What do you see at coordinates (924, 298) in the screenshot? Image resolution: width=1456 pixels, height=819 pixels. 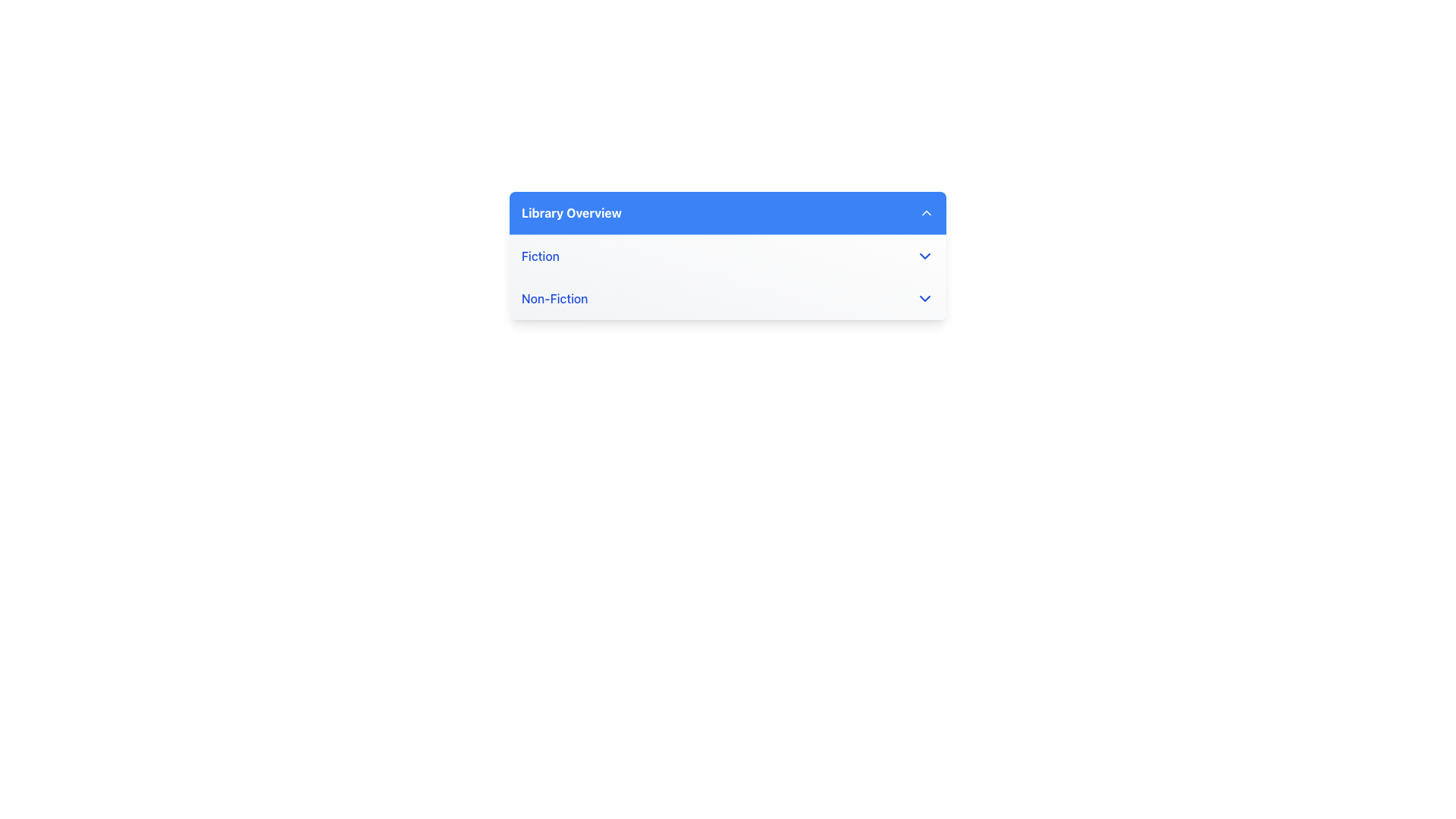 I see `the chevron icon indicating the dropdown for the 'Non-Fiction' section to provide visual feedback` at bounding box center [924, 298].